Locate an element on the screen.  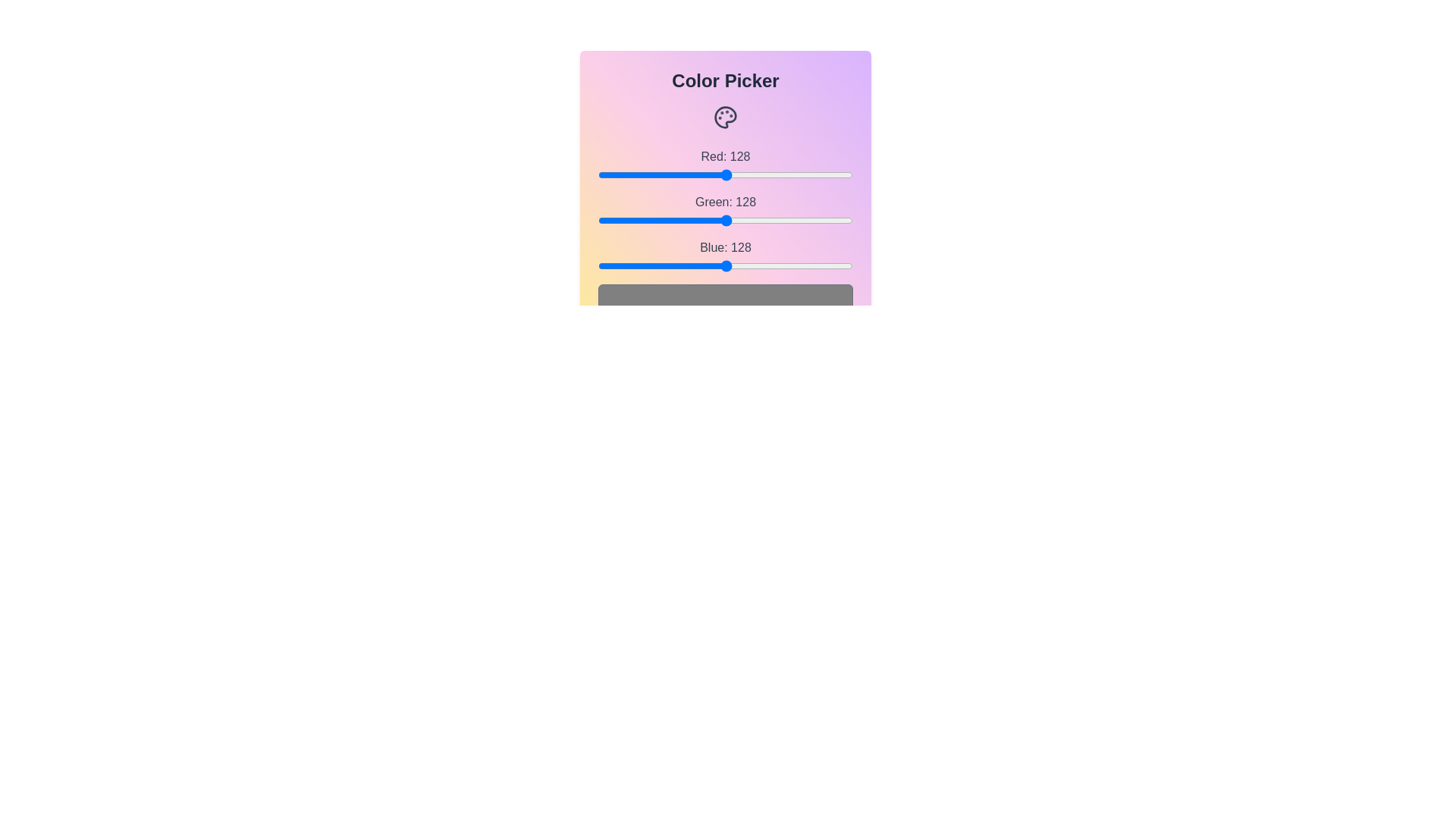
the green slider to set the green channel value to 234 is located at coordinates (831, 220).